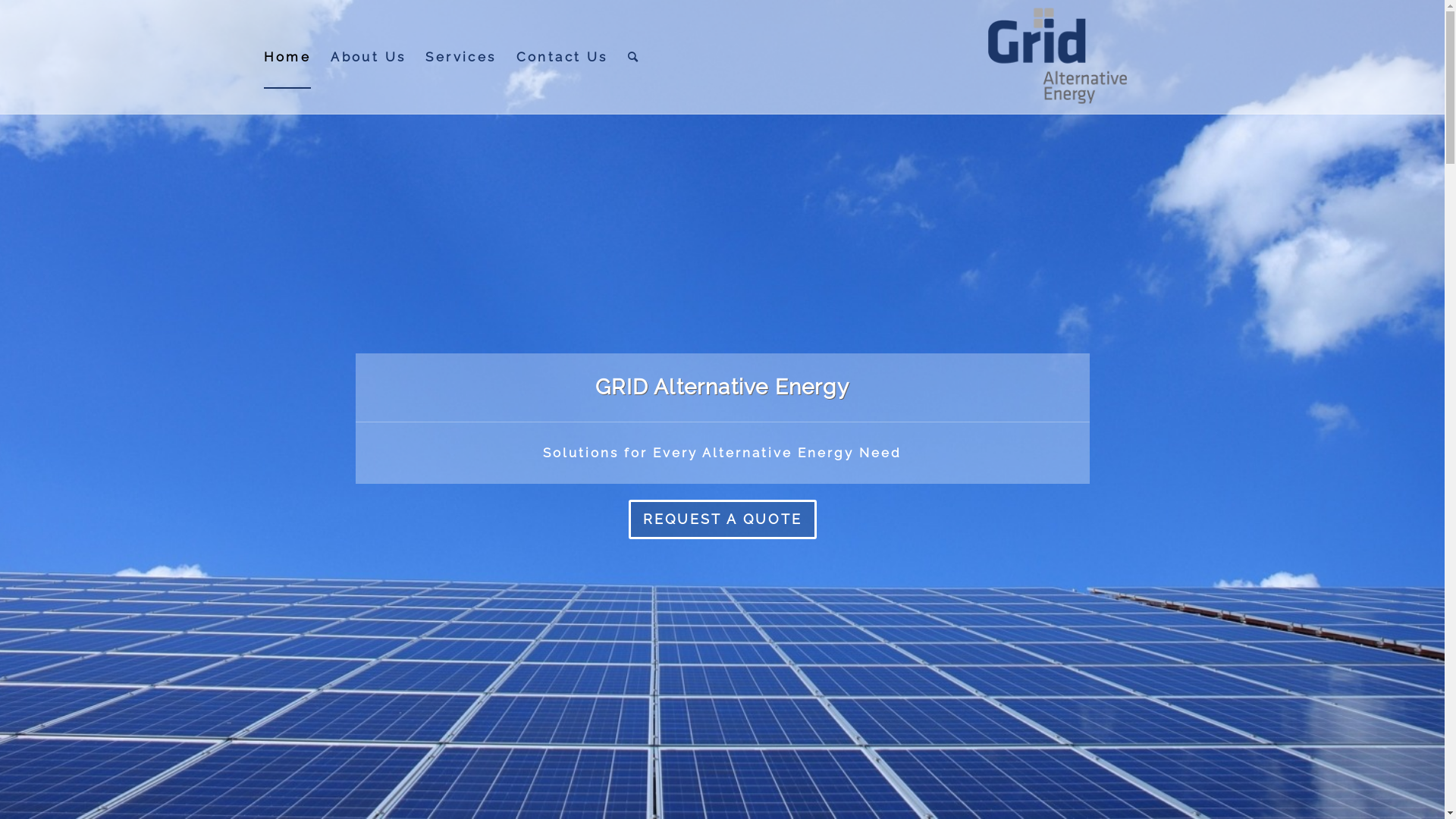 The image size is (1456, 819). What do you see at coordinates (561, 55) in the screenshot?
I see `'Contact Us'` at bounding box center [561, 55].